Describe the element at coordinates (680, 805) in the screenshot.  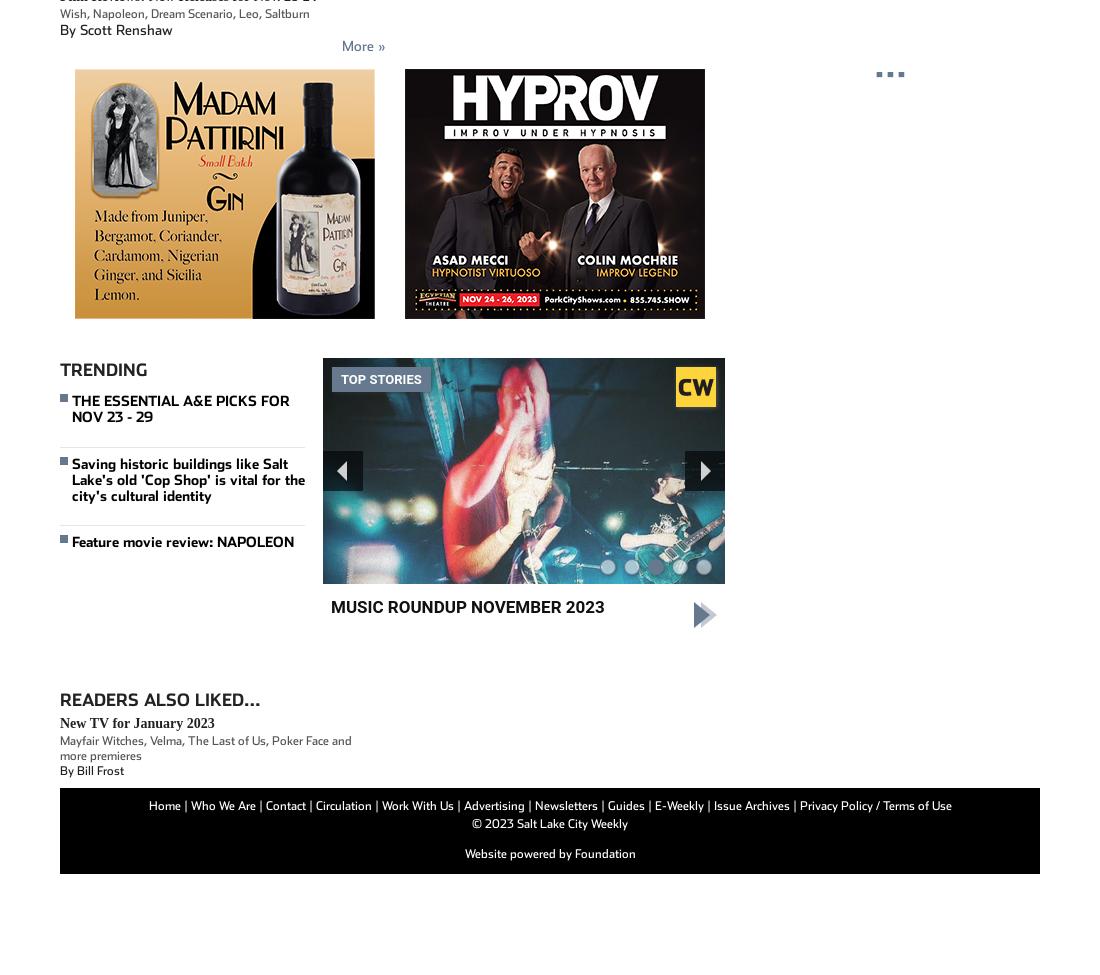
I see `'E-Weekly'` at that location.